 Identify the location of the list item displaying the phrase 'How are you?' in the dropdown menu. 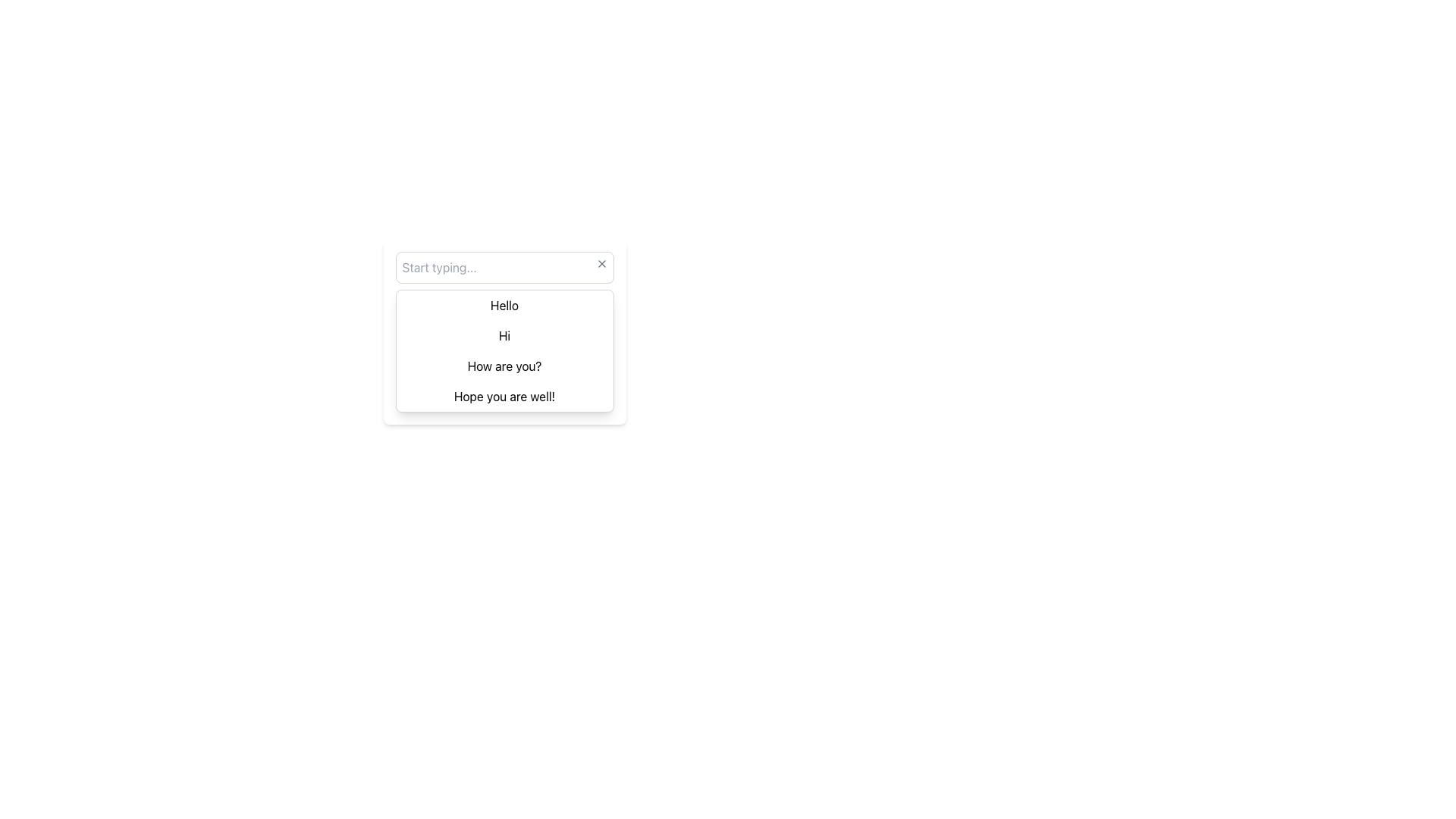
(504, 366).